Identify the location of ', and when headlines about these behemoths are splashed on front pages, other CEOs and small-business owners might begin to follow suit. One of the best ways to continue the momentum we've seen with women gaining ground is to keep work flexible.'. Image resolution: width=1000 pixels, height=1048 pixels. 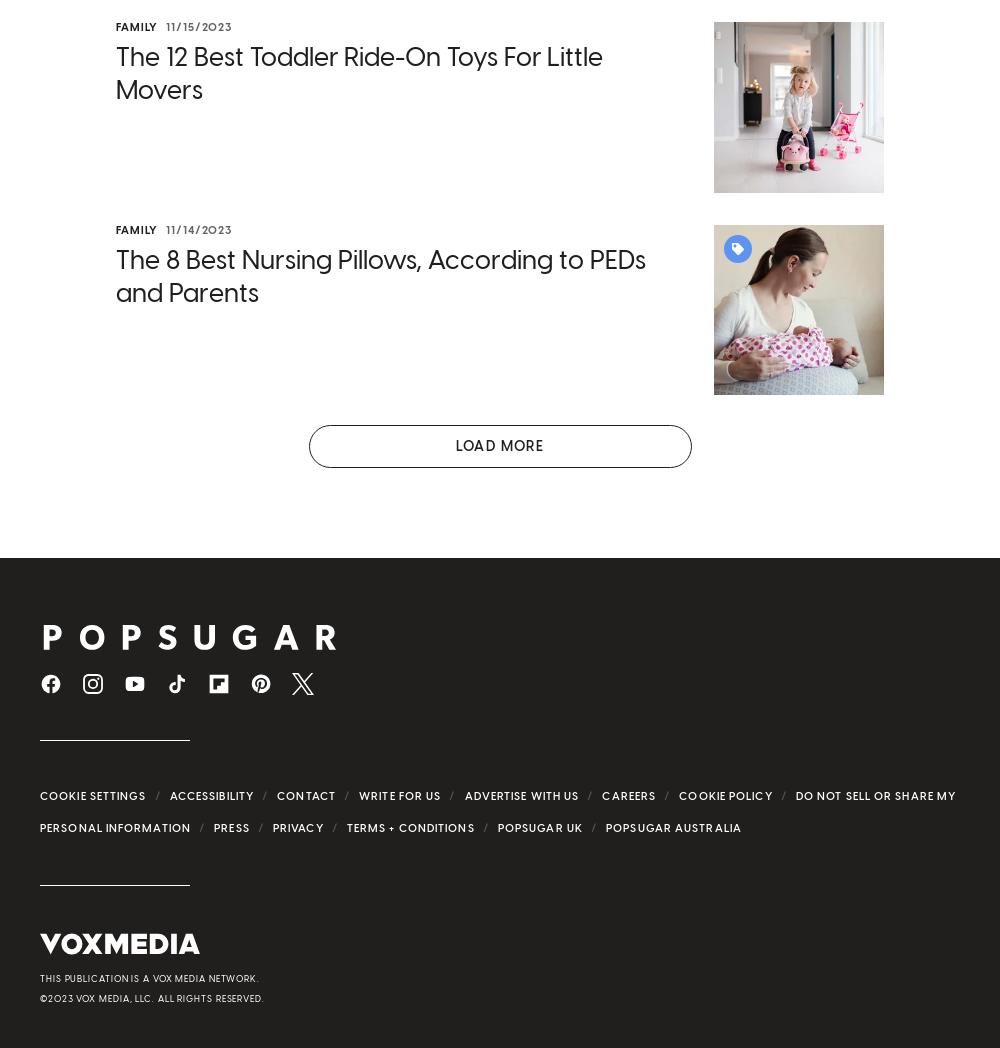
(488, 341).